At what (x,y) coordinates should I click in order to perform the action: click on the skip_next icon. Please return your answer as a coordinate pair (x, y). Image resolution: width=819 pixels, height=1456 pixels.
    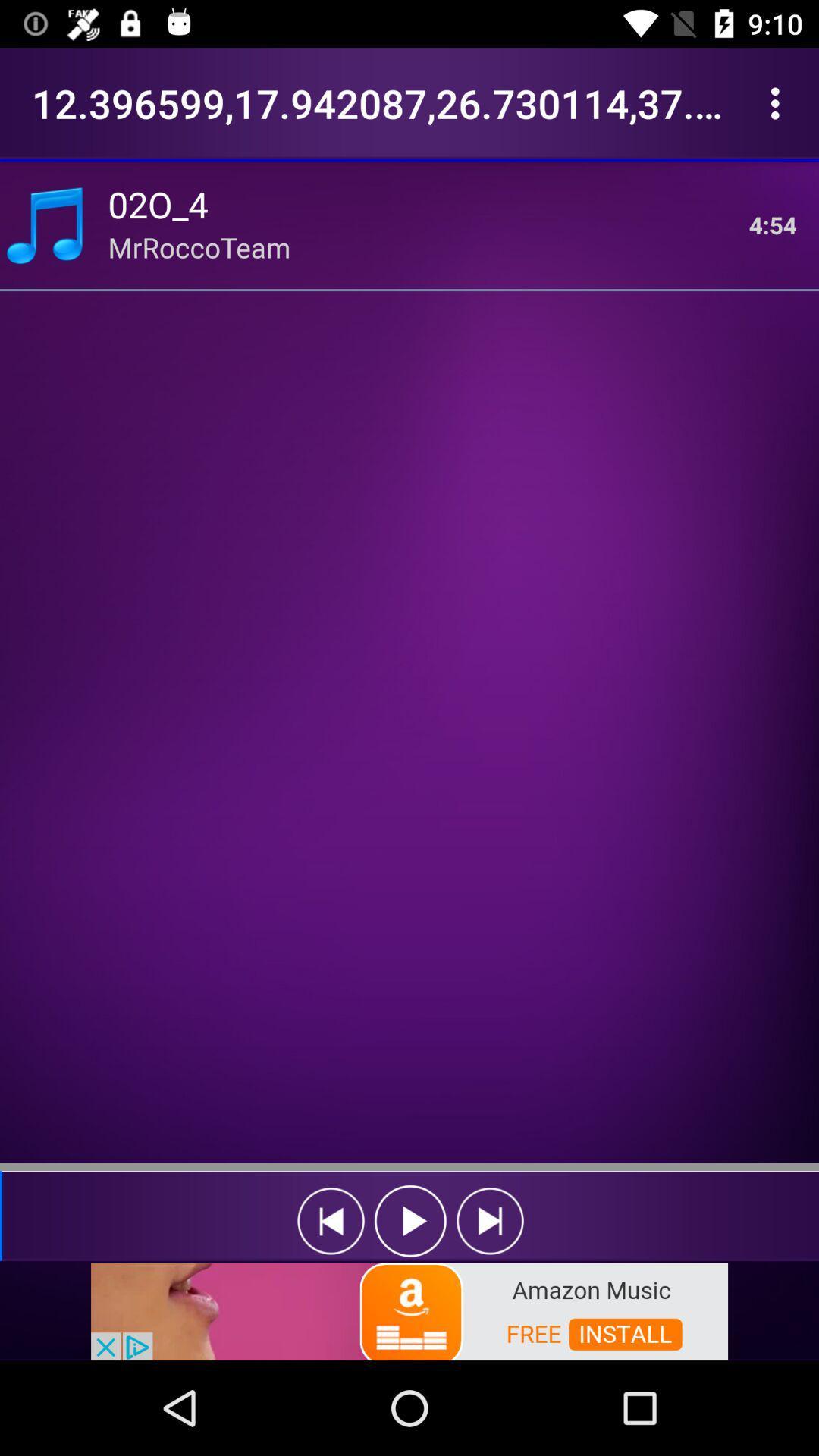
    Looking at the image, I should click on (490, 1221).